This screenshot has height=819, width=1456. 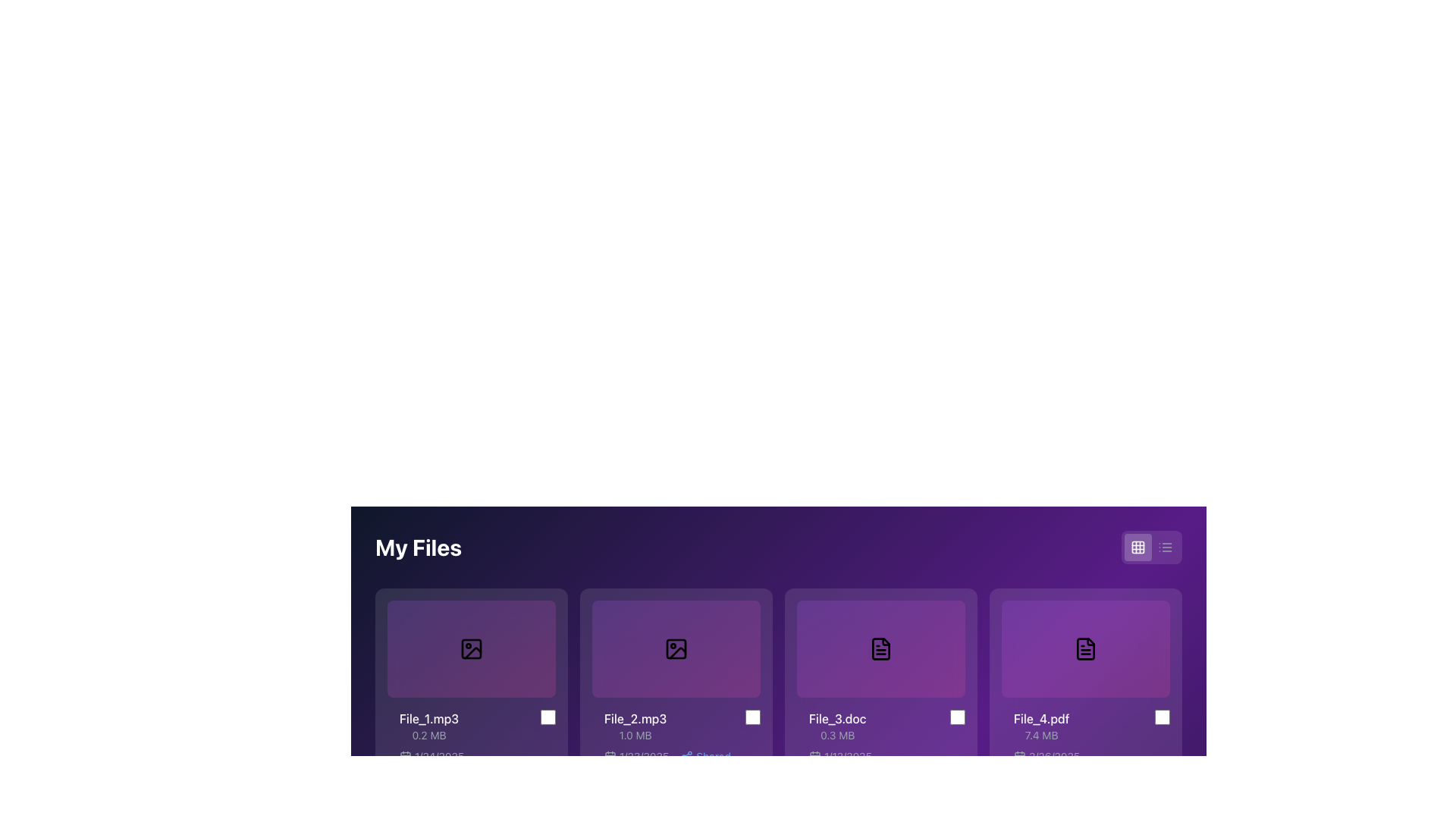 What do you see at coordinates (1040, 734) in the screenshot?
I see `text value '7.4 MB' from the gray, small-font label located beneath the file name in the card labeled 'File_4.pdf', positioned in the fourth place among similar cards` at bounding box center [1040, 734].